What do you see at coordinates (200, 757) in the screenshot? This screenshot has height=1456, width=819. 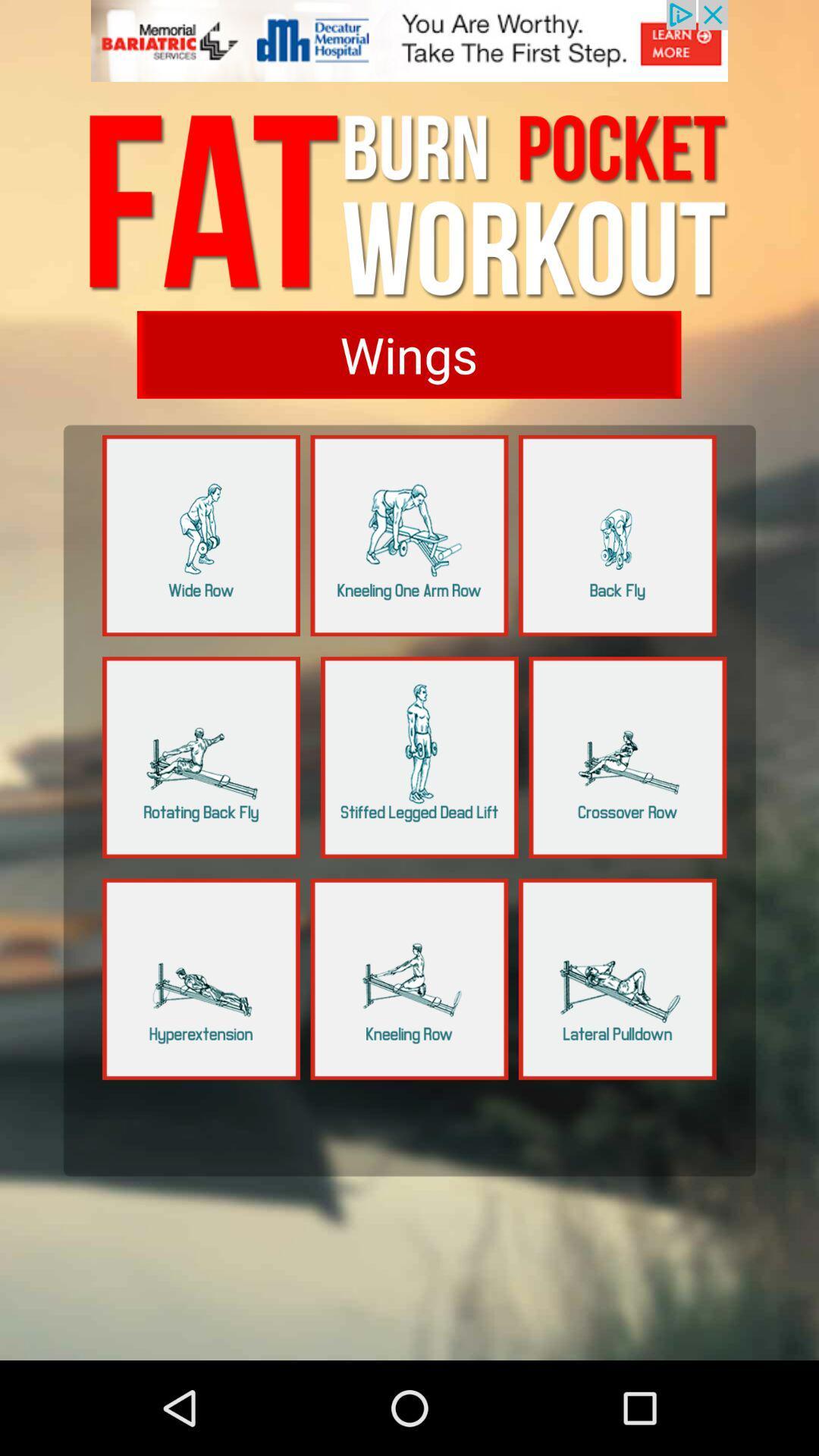 I see `rotating back option` at bounding box center [200, 757].